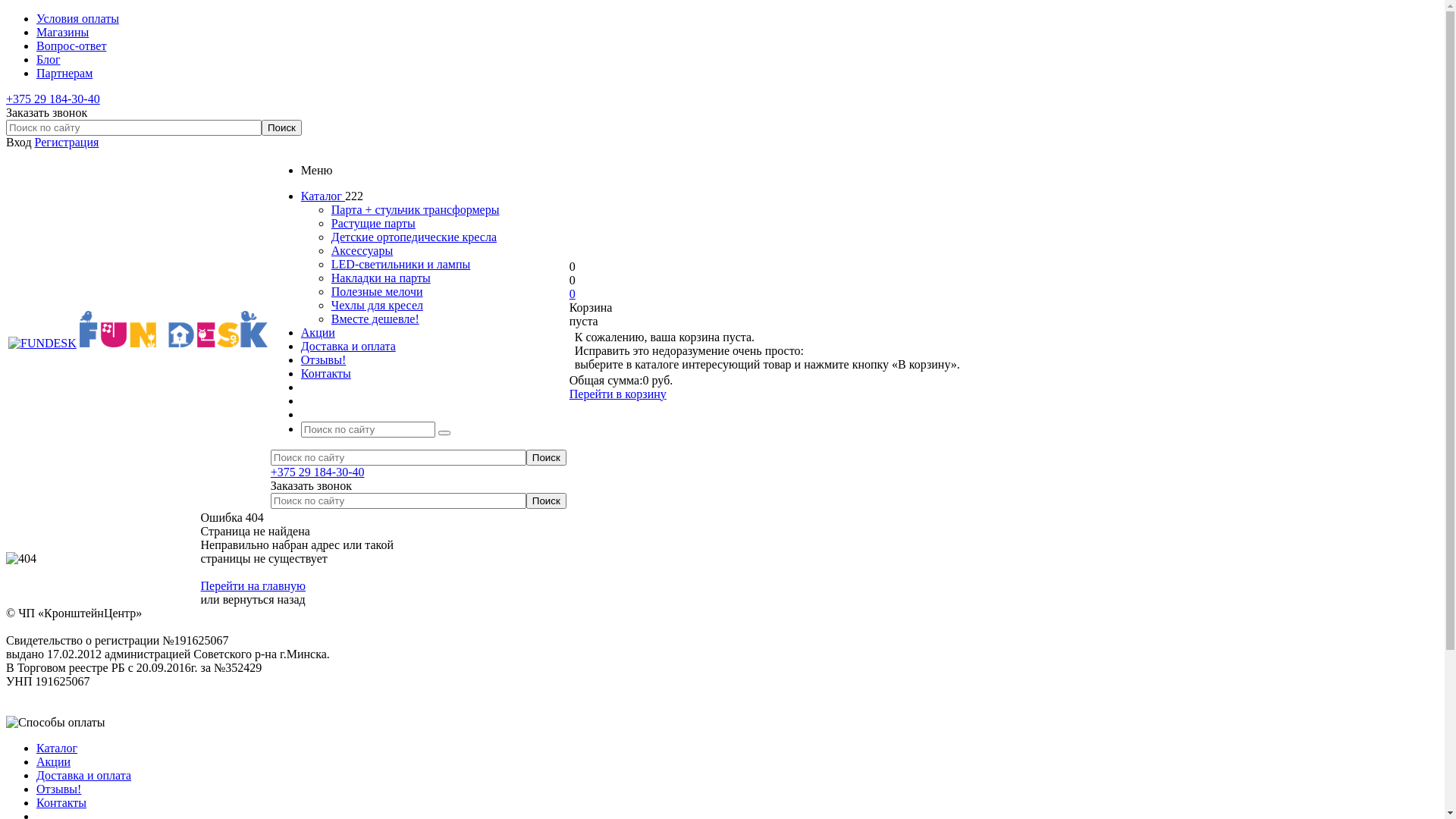  Describe the element at coordinates (6, 558) in the screenshot. I see `':-('` at that location.